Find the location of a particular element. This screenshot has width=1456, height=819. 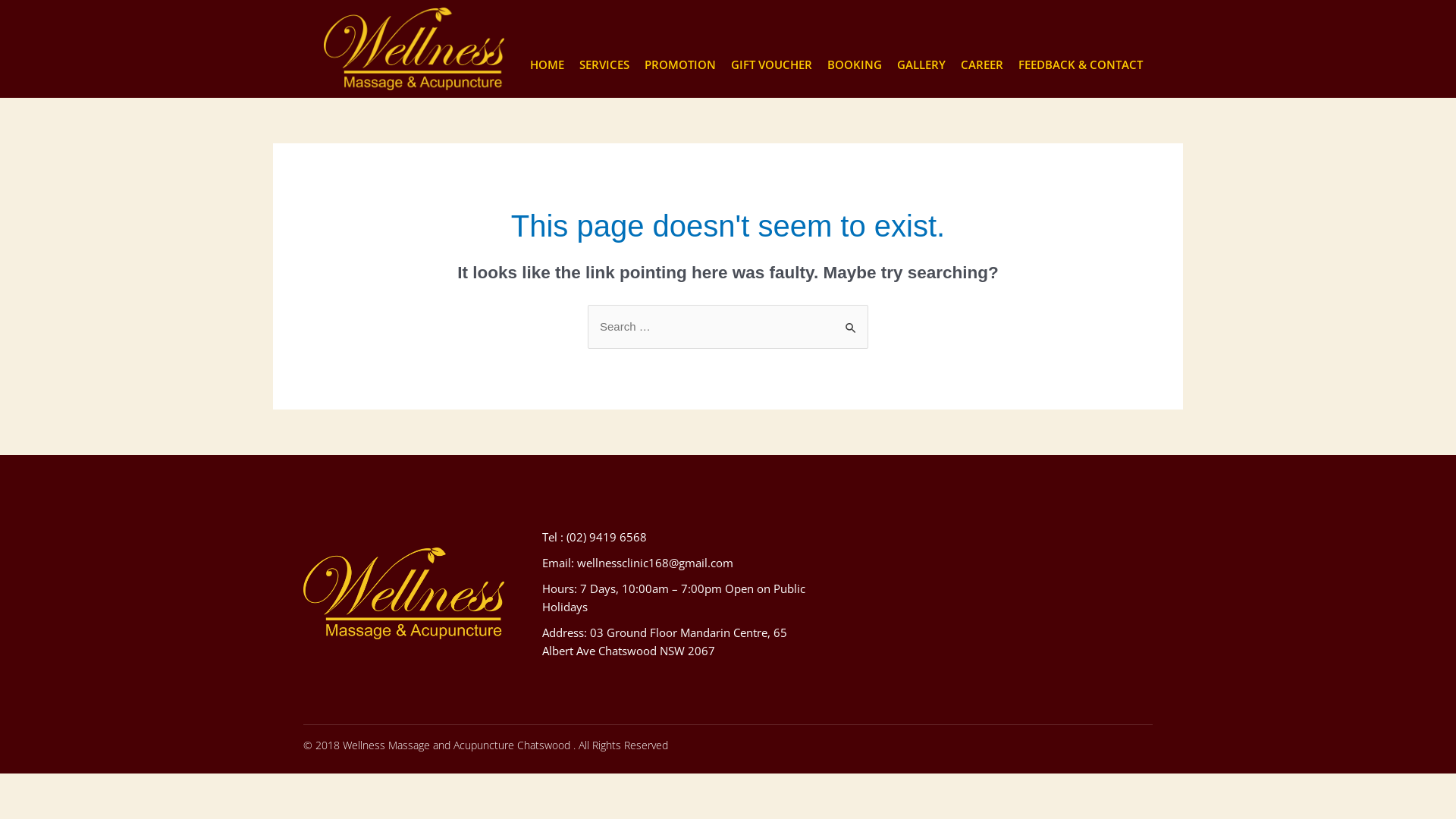

'GIFT VOUCHER' is located at coordinates (771, 63).